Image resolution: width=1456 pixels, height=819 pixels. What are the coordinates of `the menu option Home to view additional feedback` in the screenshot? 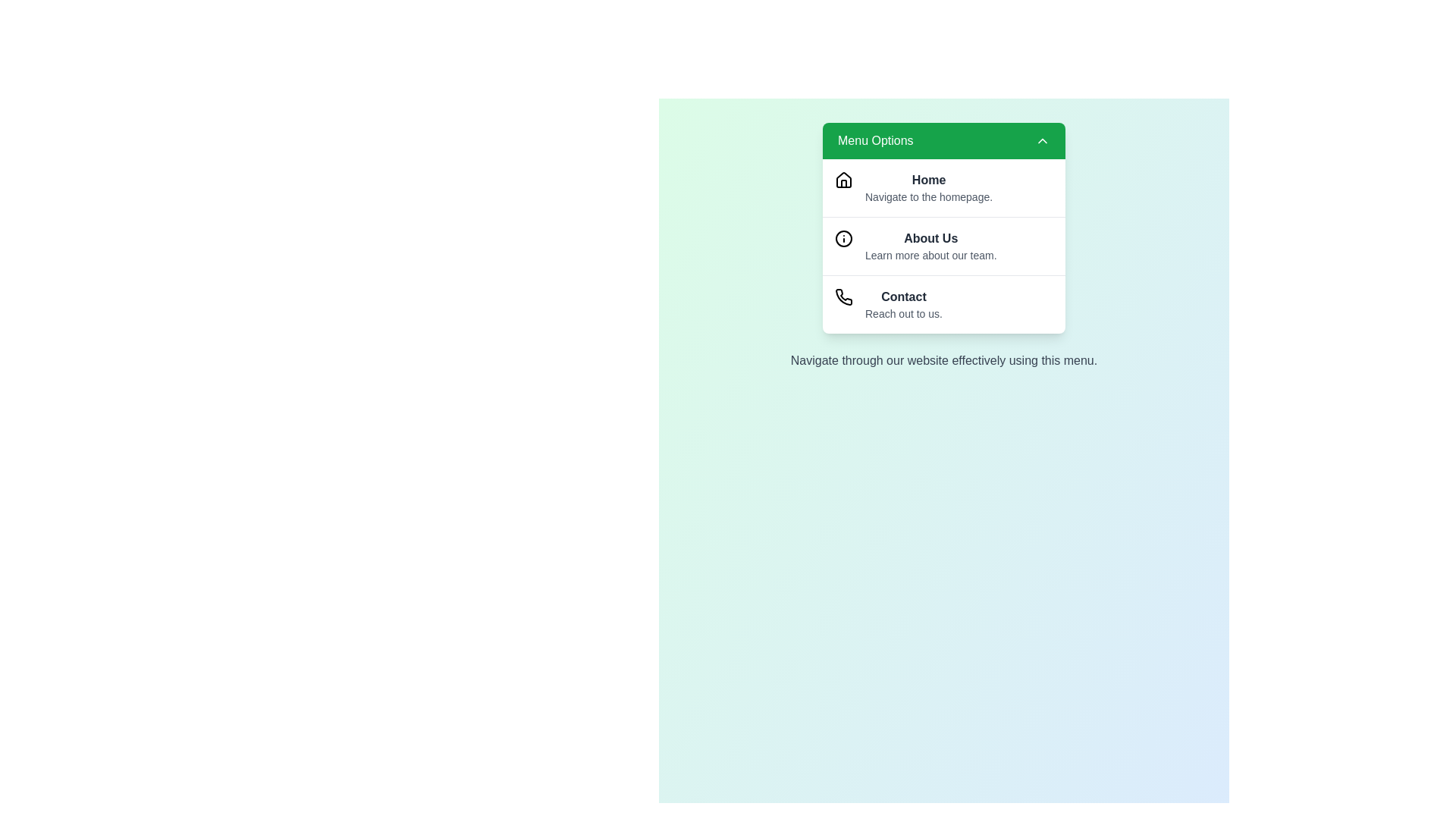 It's located at (943, 187).